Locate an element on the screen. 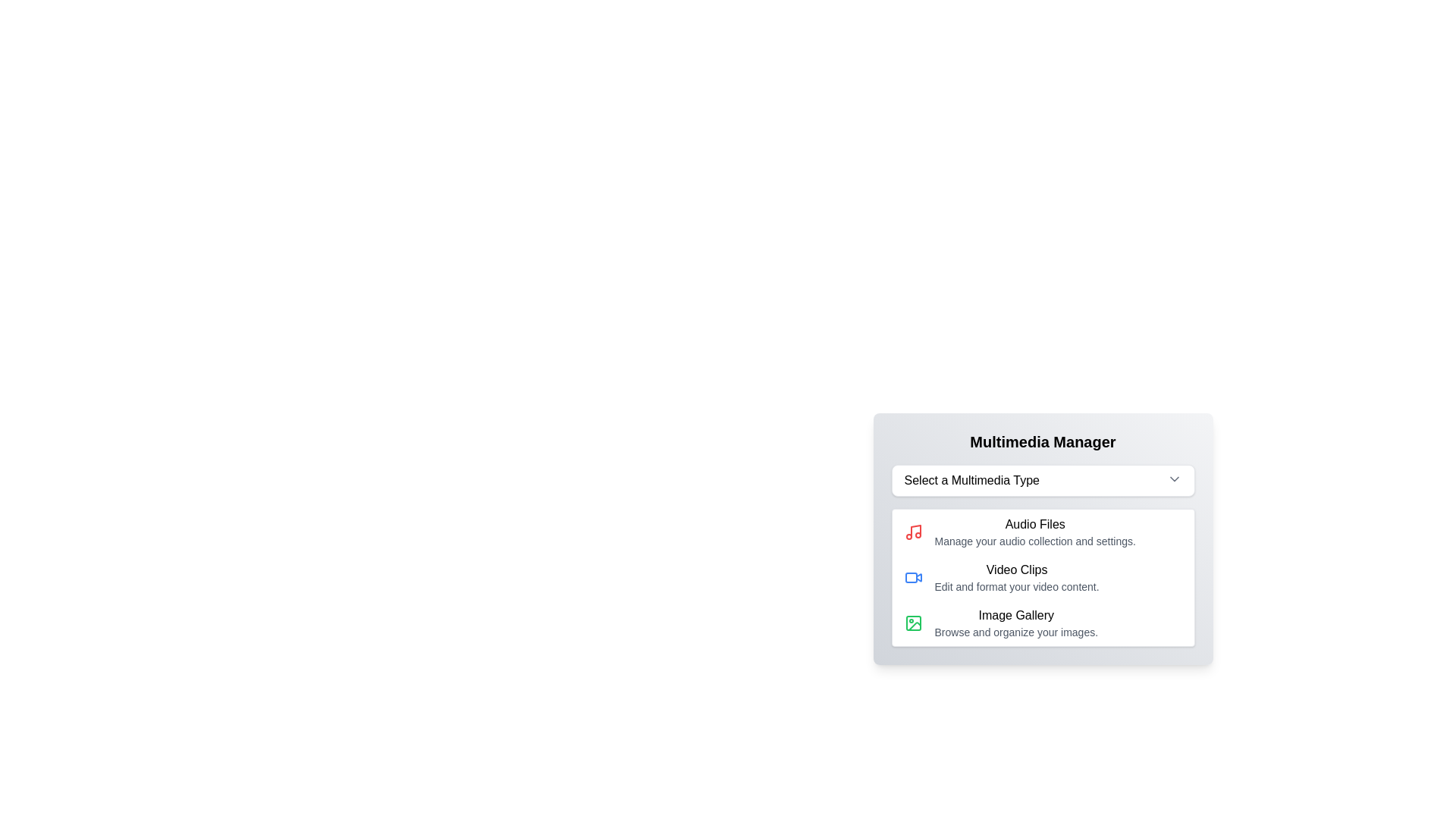 The width and height of the screenshot is (1456, 819). the 'Audio Files' informational item which includes a title and description, located near a red musical notes icon is located at coordinates (1034, 532).